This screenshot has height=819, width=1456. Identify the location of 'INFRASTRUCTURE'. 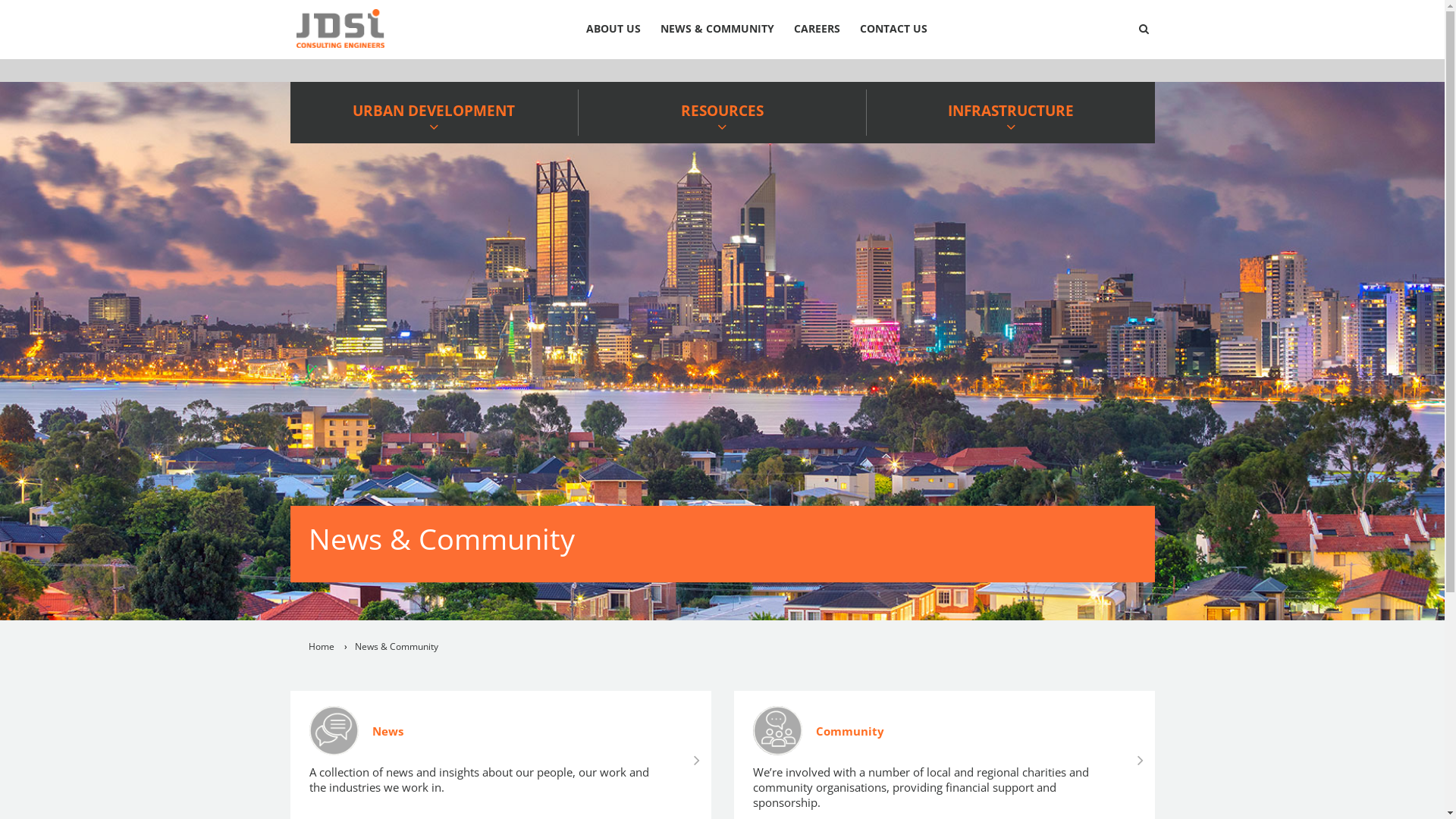
(1010, 111).